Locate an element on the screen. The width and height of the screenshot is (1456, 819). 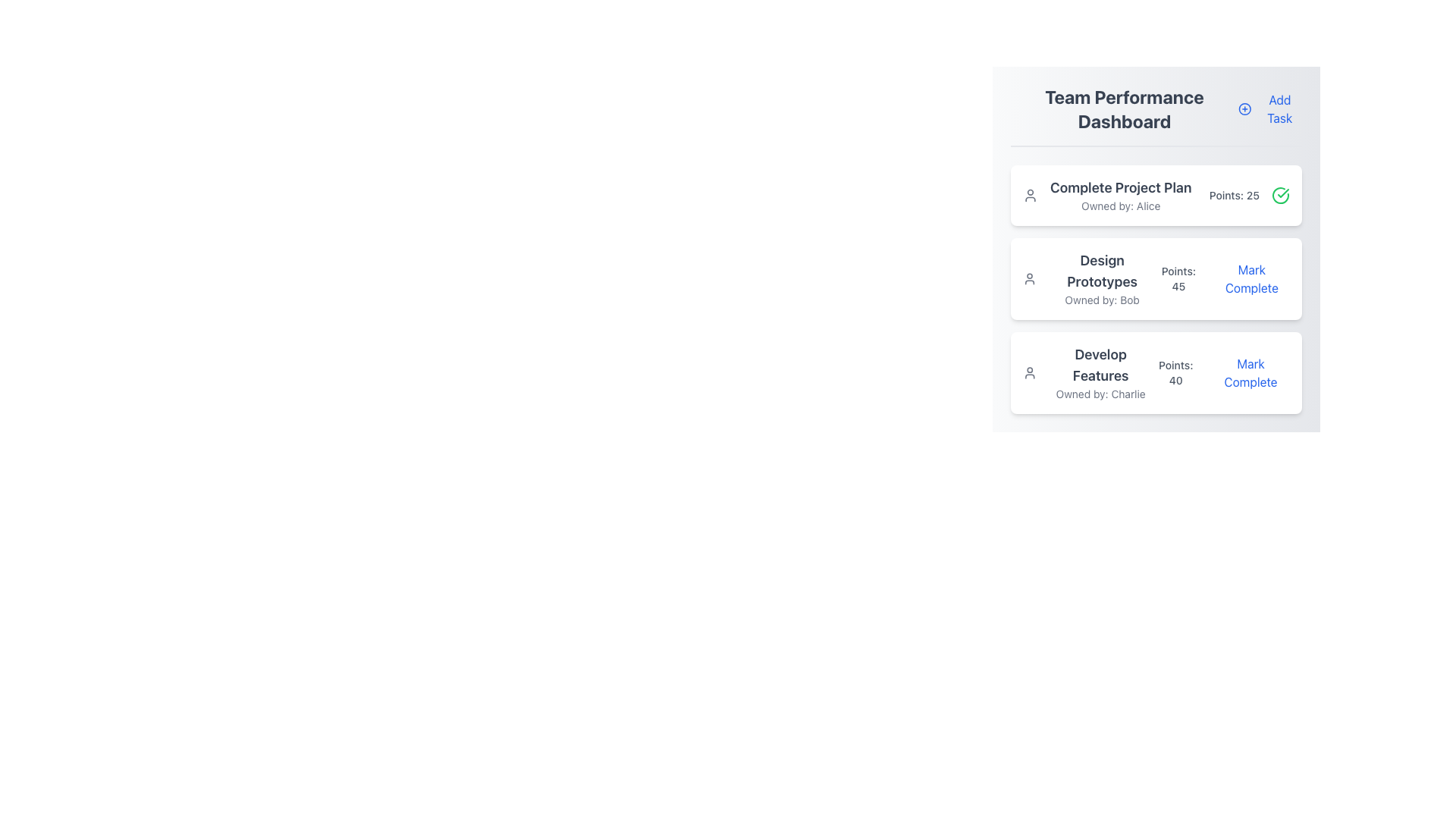
the circular outline element in the SVG icon located near the 'Add Task' link on the dashboard is located at coordinates (1244, 108).